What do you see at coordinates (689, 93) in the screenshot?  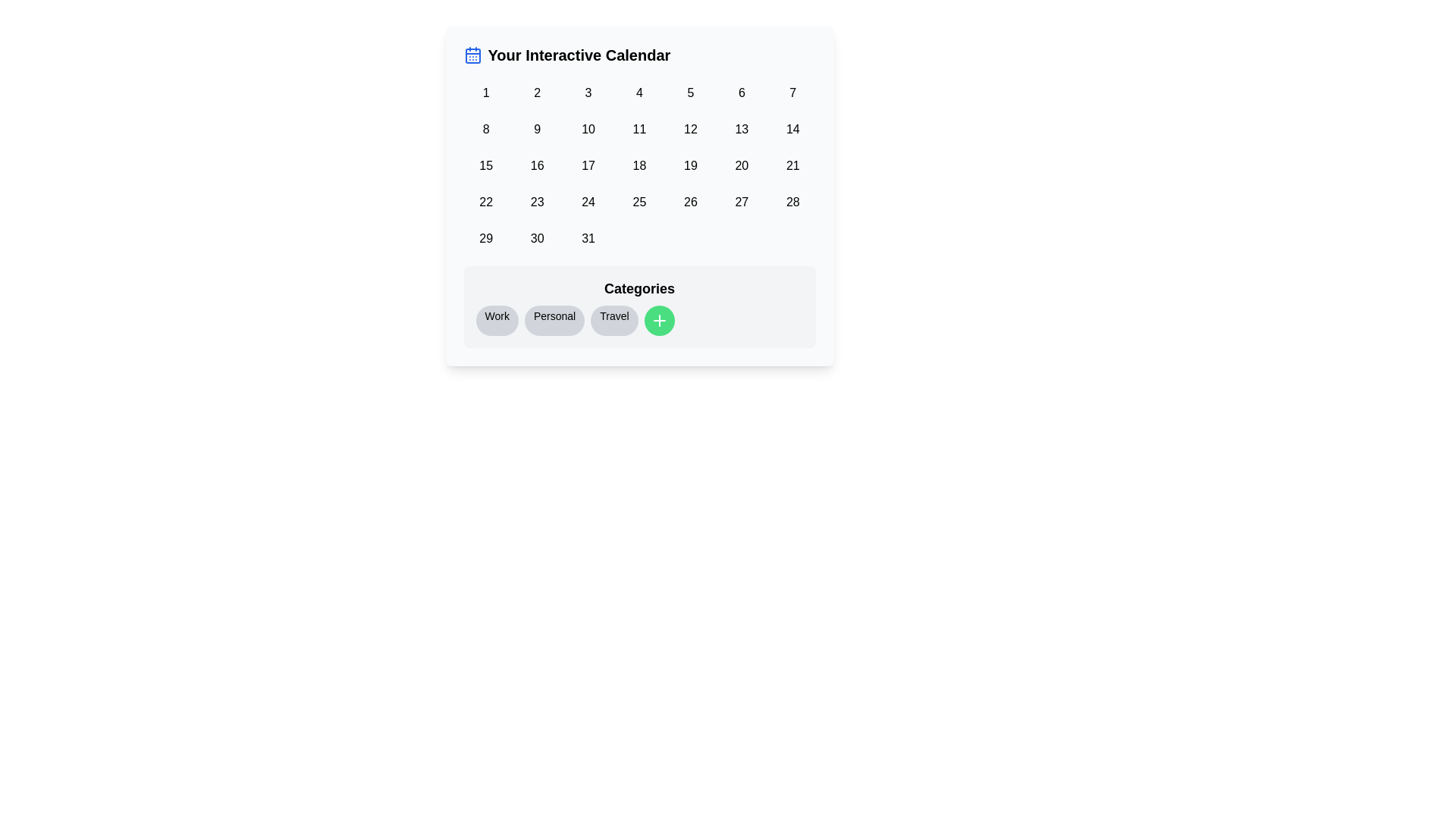 I see `the rounded button labeled '5' in the grid layout to observe its hover state effects` at bounding box center [689, 93].